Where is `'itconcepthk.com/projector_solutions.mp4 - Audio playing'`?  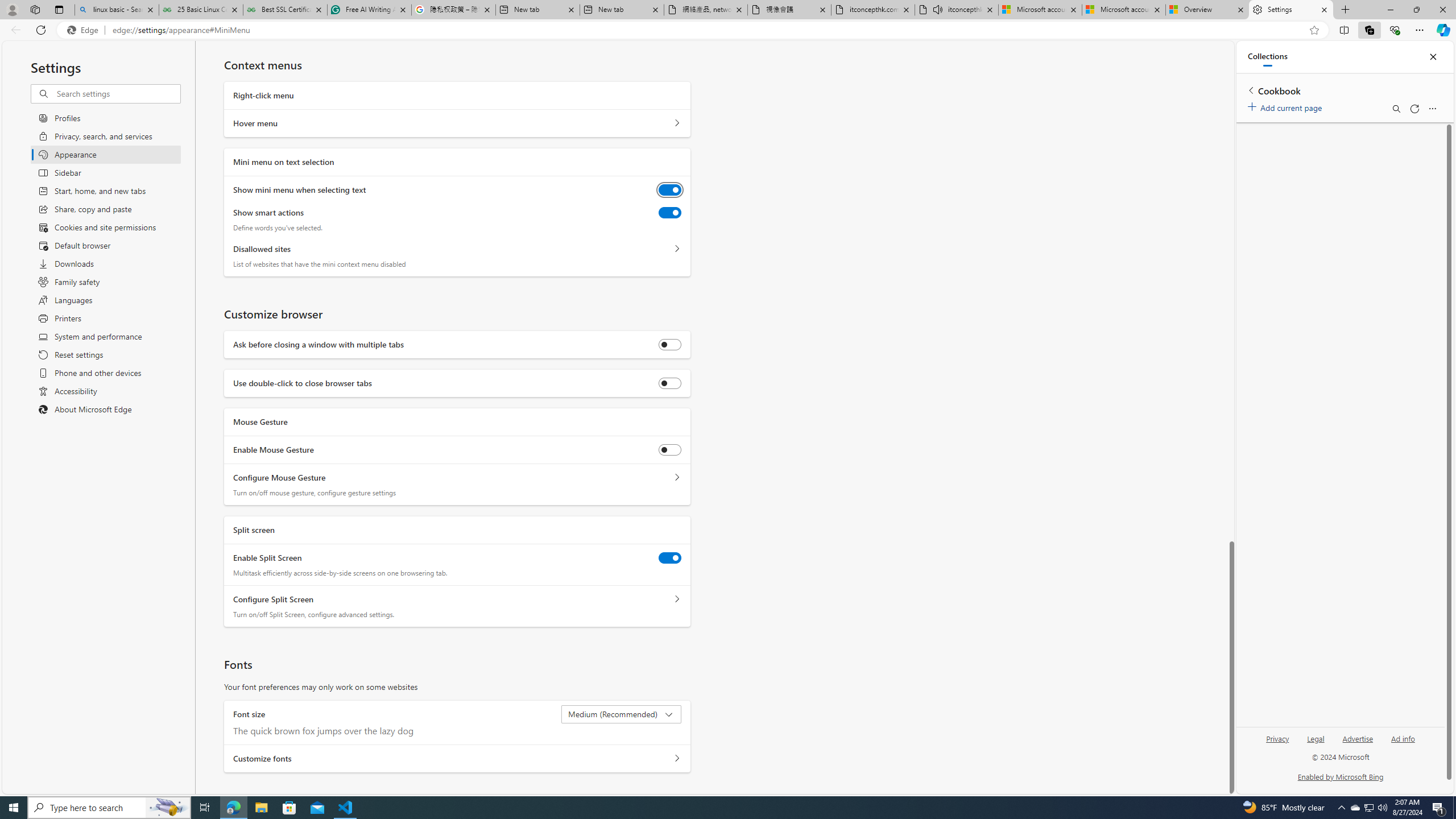
'itconcepthk.com/projector_solutions.mp4 - Audio playing' is located at coordinates (955, 9).